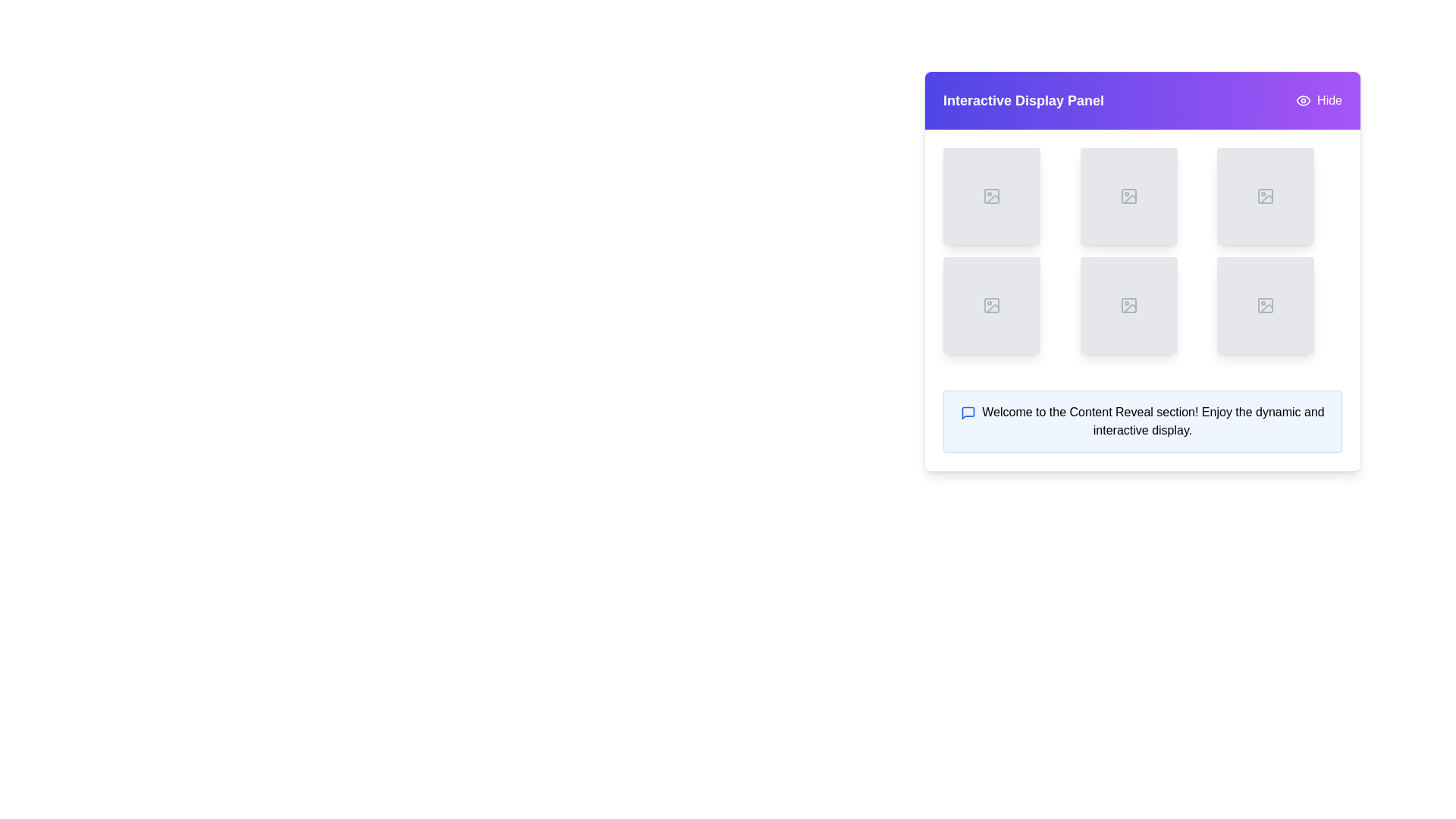 Image resolution: width=1456 pixels, height=819 pixels. I want to click on the simplistic image icon with a gray square background located in the bottom-right square of the 3x2 grid within the 'Interactive Display Panel', so click(1266, 305).